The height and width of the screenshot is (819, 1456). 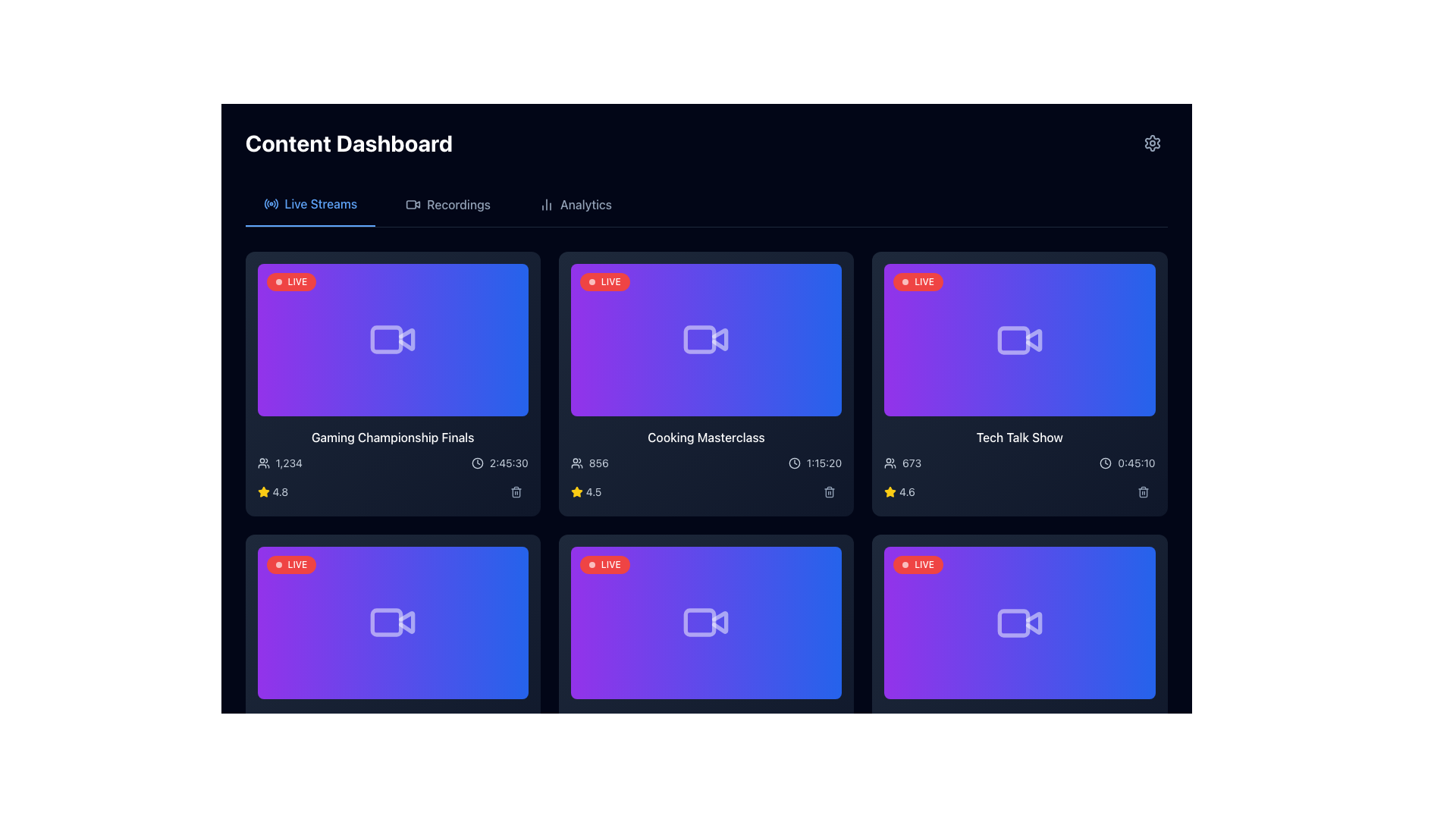 What do you see at coordinates (393, 339) in the screenshot?
I see `the video content icon located in the first card of the grid layout, centered below the 'LIVE' badge, for potential interaction` at bounding box center [393, 339].